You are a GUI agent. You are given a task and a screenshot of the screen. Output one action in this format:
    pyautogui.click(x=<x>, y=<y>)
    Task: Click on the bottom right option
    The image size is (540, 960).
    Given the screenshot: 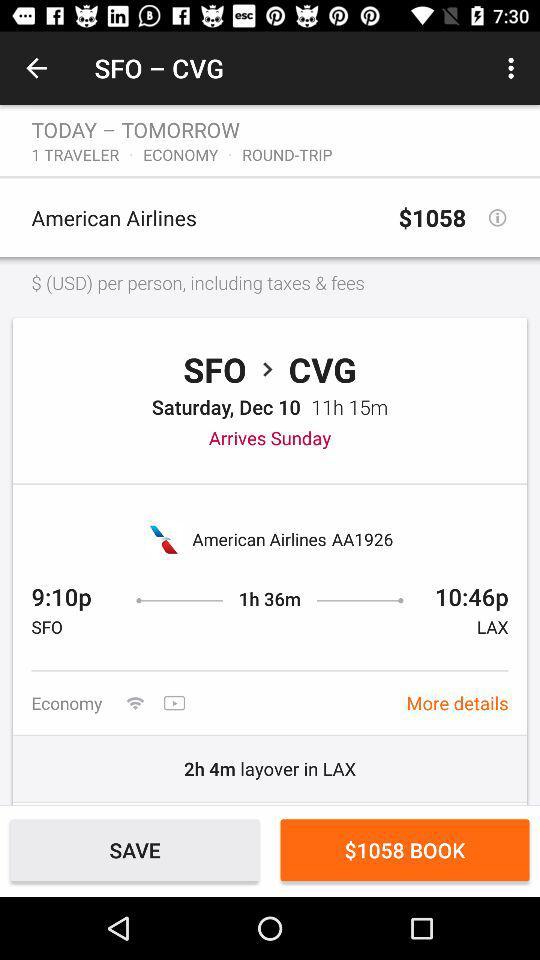 What is the action you would take?
    pyautogui.click(x=405, y=848)
    